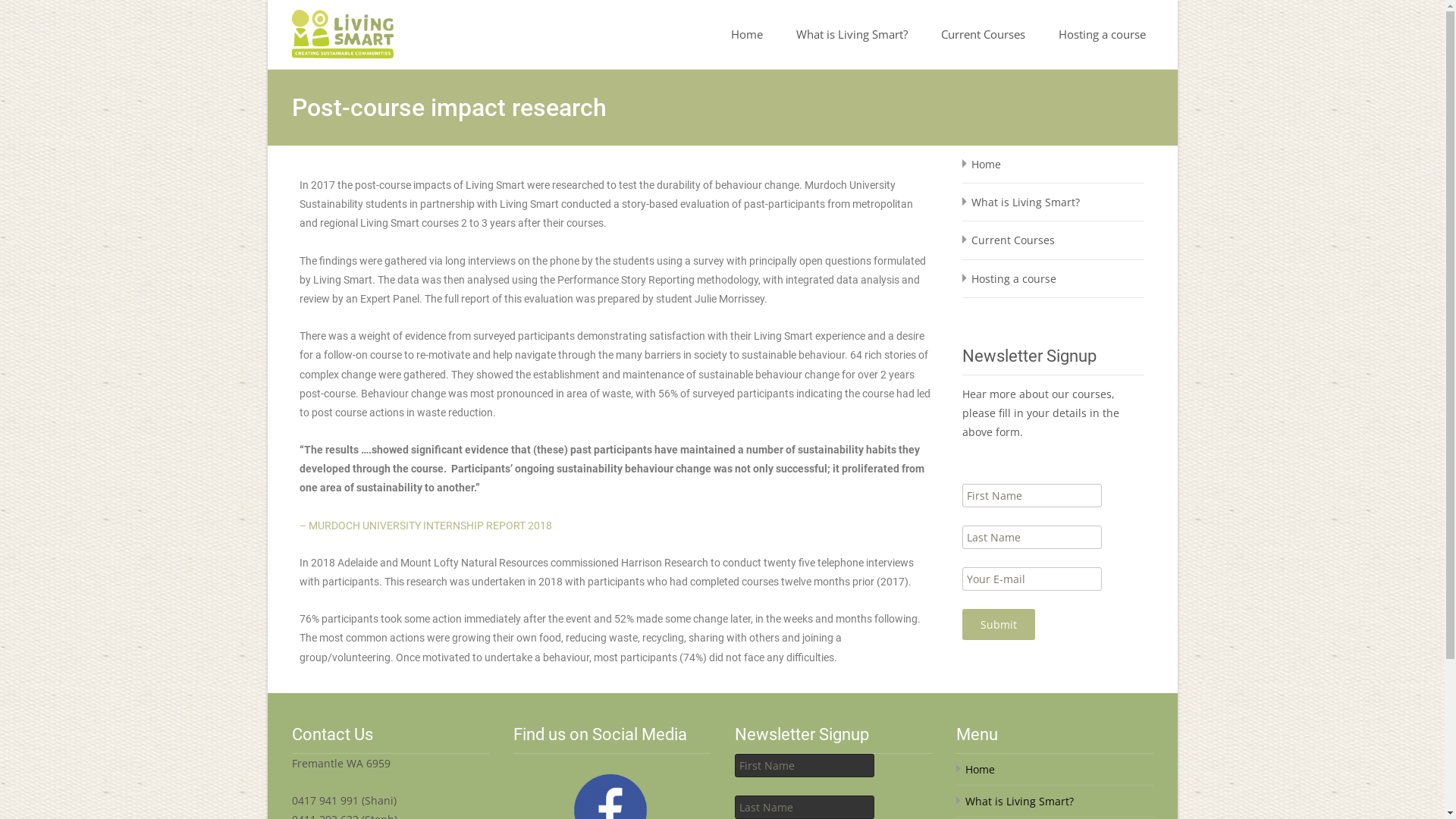  I want to click on 'Living Smart', so click(329, 30).